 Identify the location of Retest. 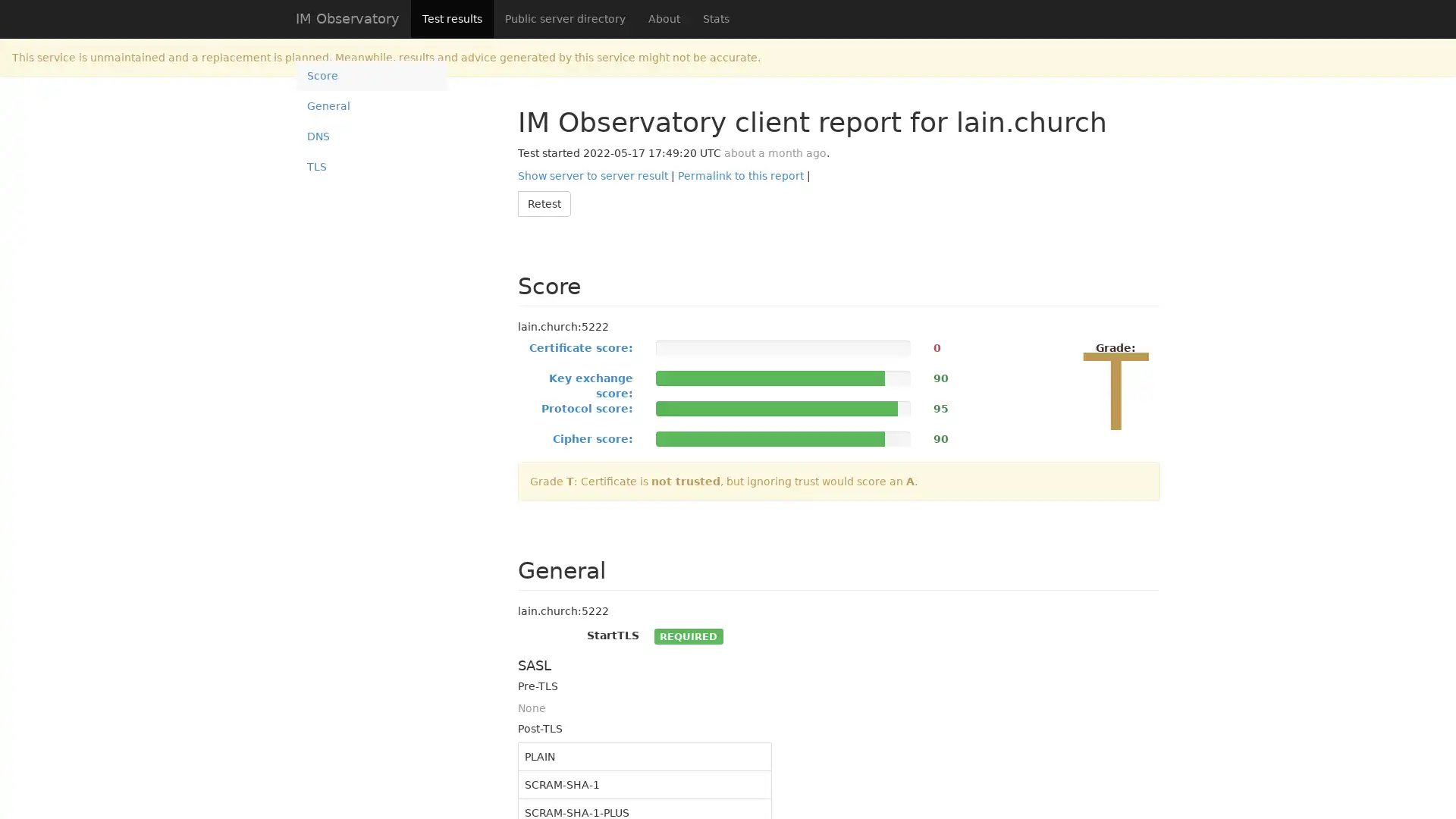
(543, 202).